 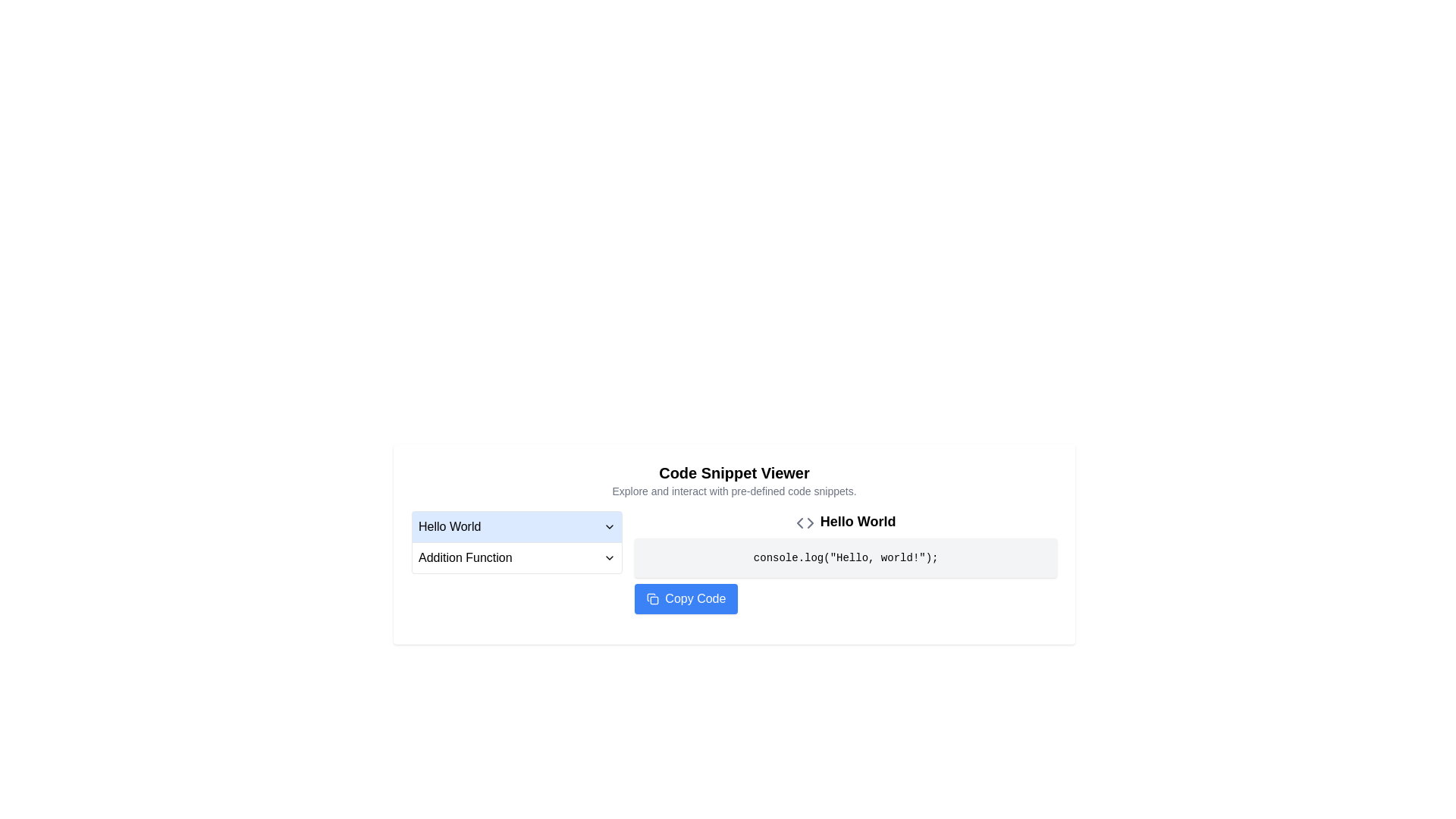 What do you see at coordinates (464, 558) in the screenshot?
I see `the 'Addition Function' text label located in the dropdown menu below the 'Hello World' list item` at bounding box center [464, 558].